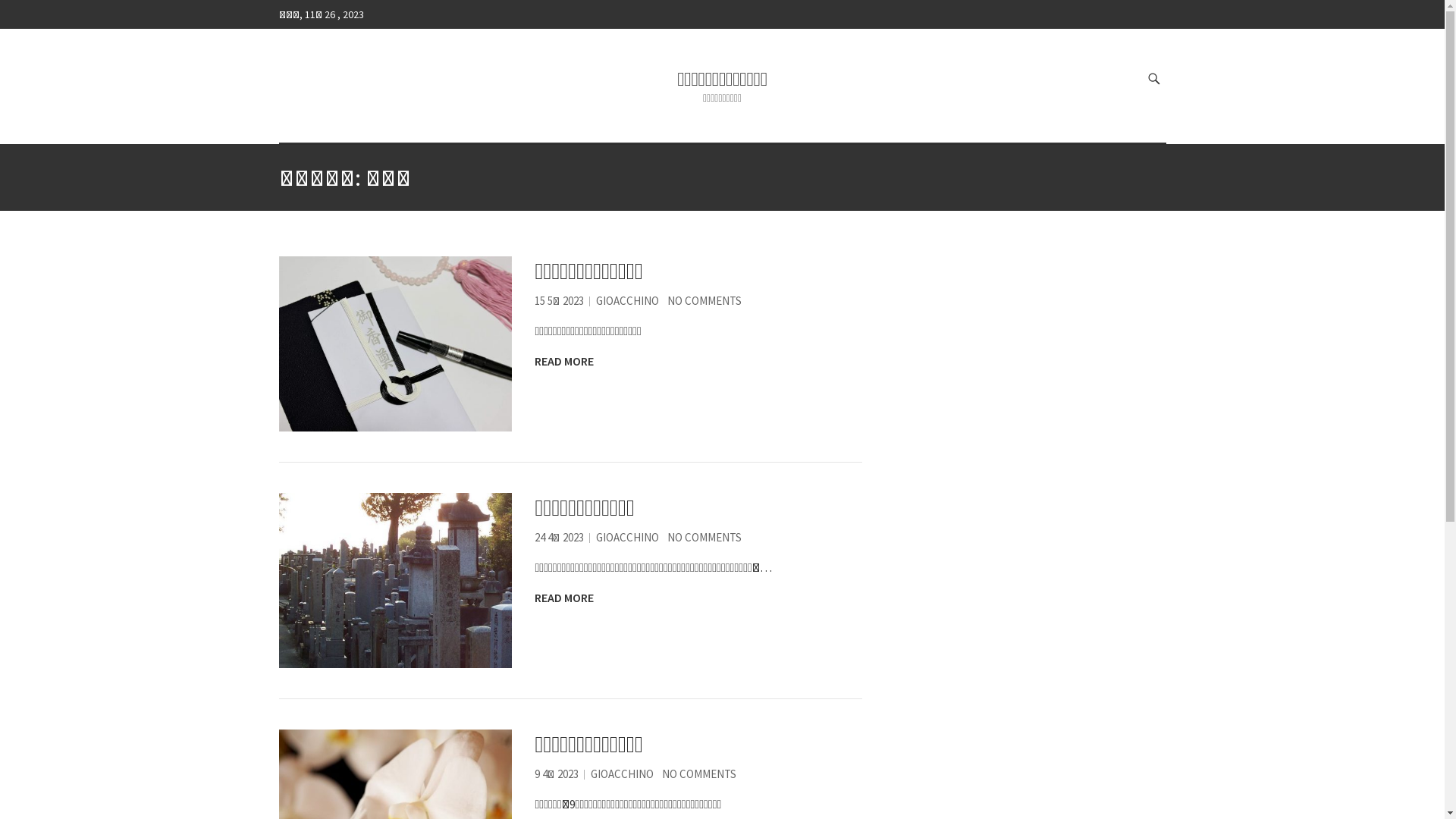 The height and width of the screenshot is (819, 1456). I want to click on 'READ MORE', so click(535, 360).